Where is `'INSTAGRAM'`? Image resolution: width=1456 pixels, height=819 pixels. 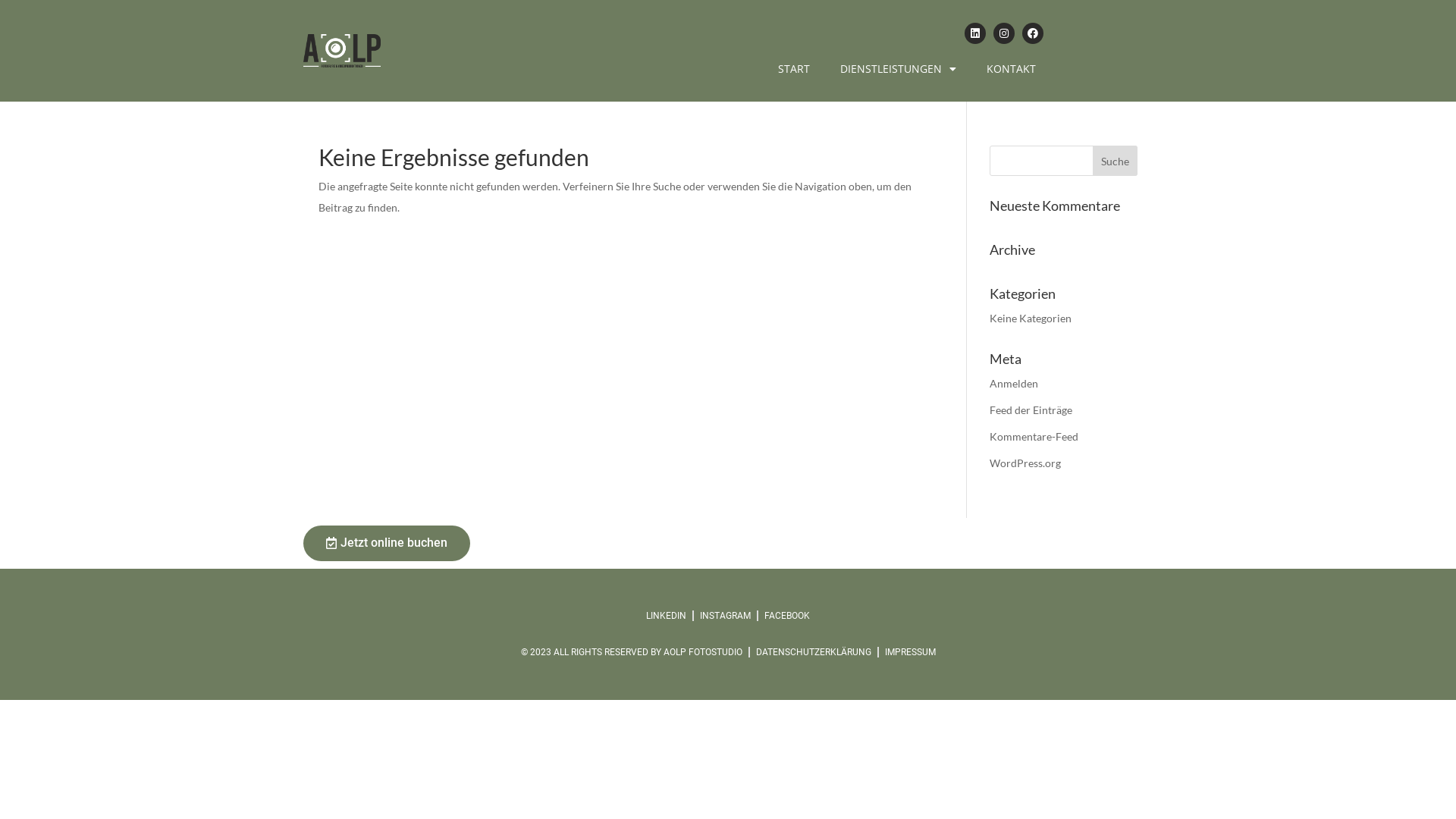
'INSTAGRAM' is located at coordinates (724, 616).